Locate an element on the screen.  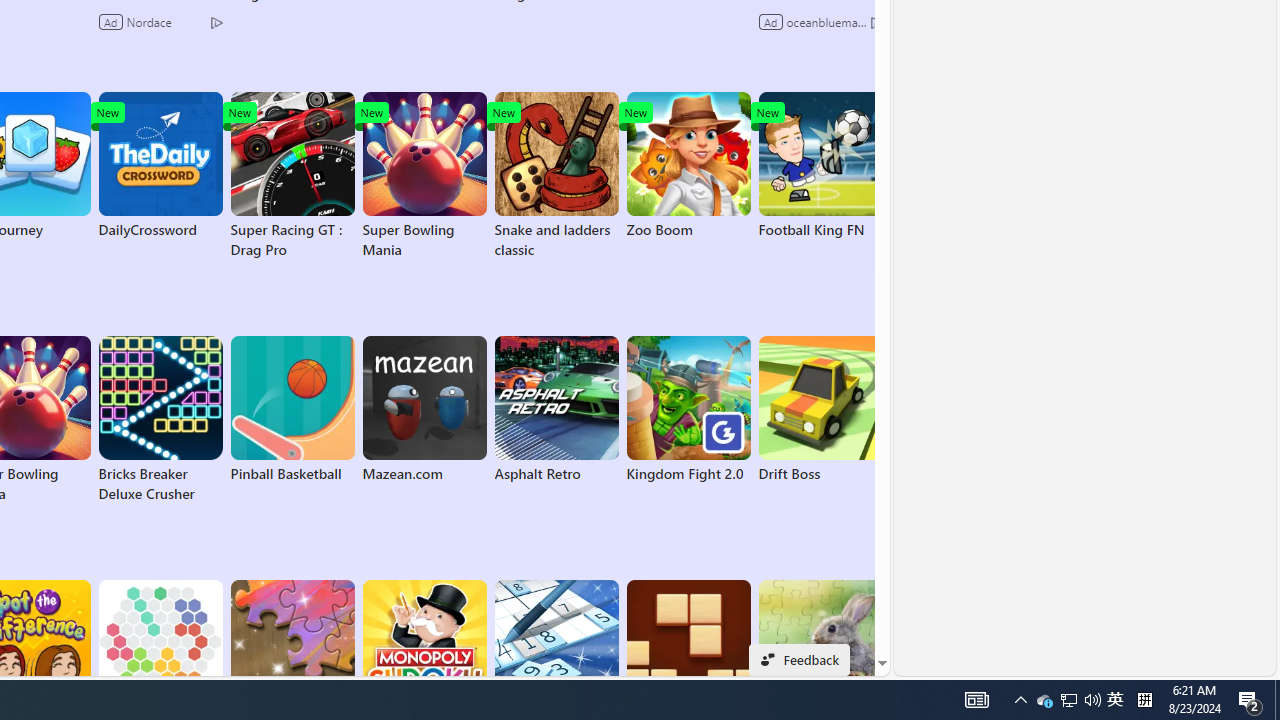
'Super Racing GT : Drag Pro' is located at coordinates (291, 175).